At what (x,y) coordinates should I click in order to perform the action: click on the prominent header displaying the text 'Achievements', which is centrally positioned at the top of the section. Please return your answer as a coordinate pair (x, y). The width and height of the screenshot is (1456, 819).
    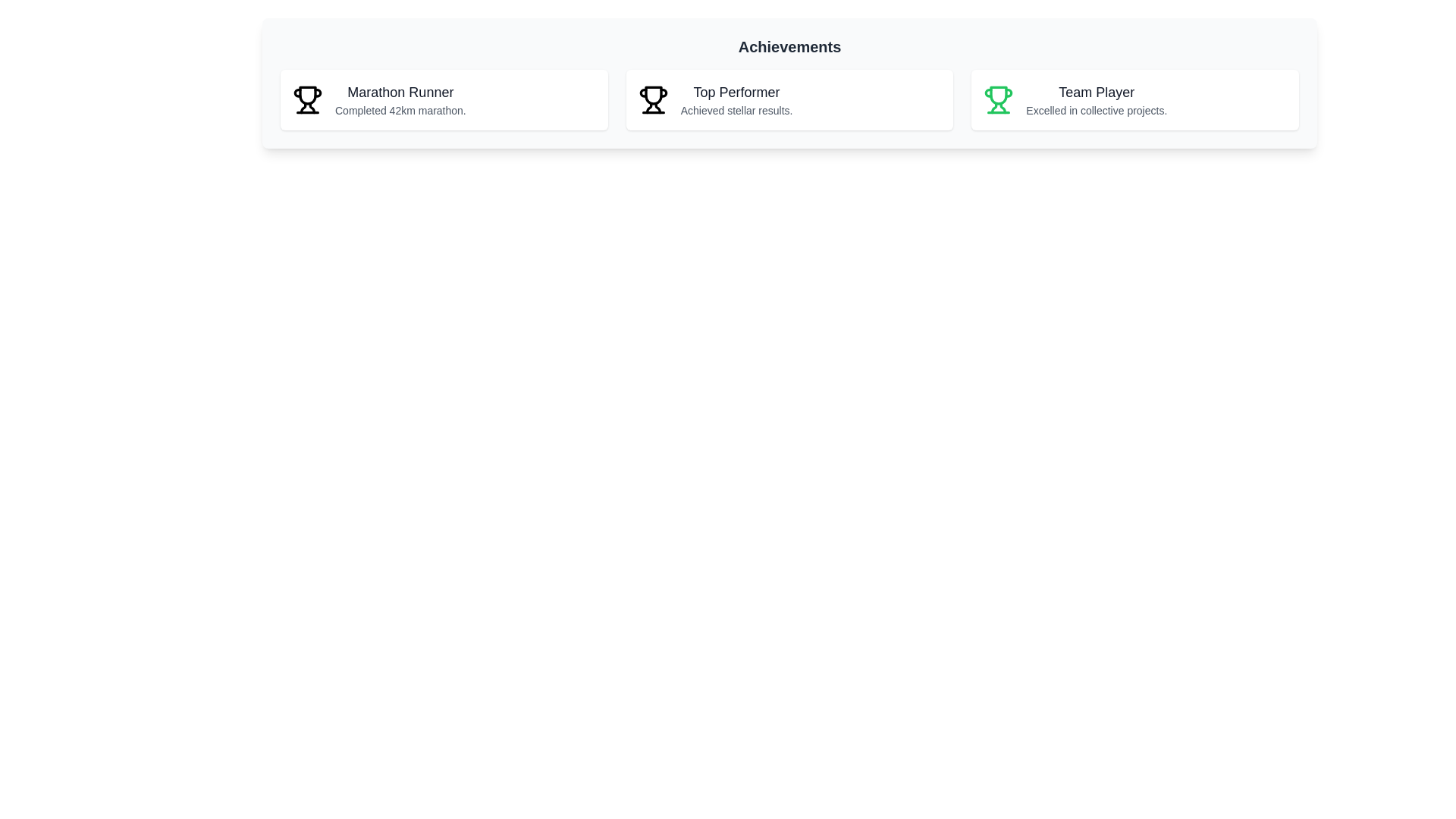
    Looking at the image, I should click on (789, 45).